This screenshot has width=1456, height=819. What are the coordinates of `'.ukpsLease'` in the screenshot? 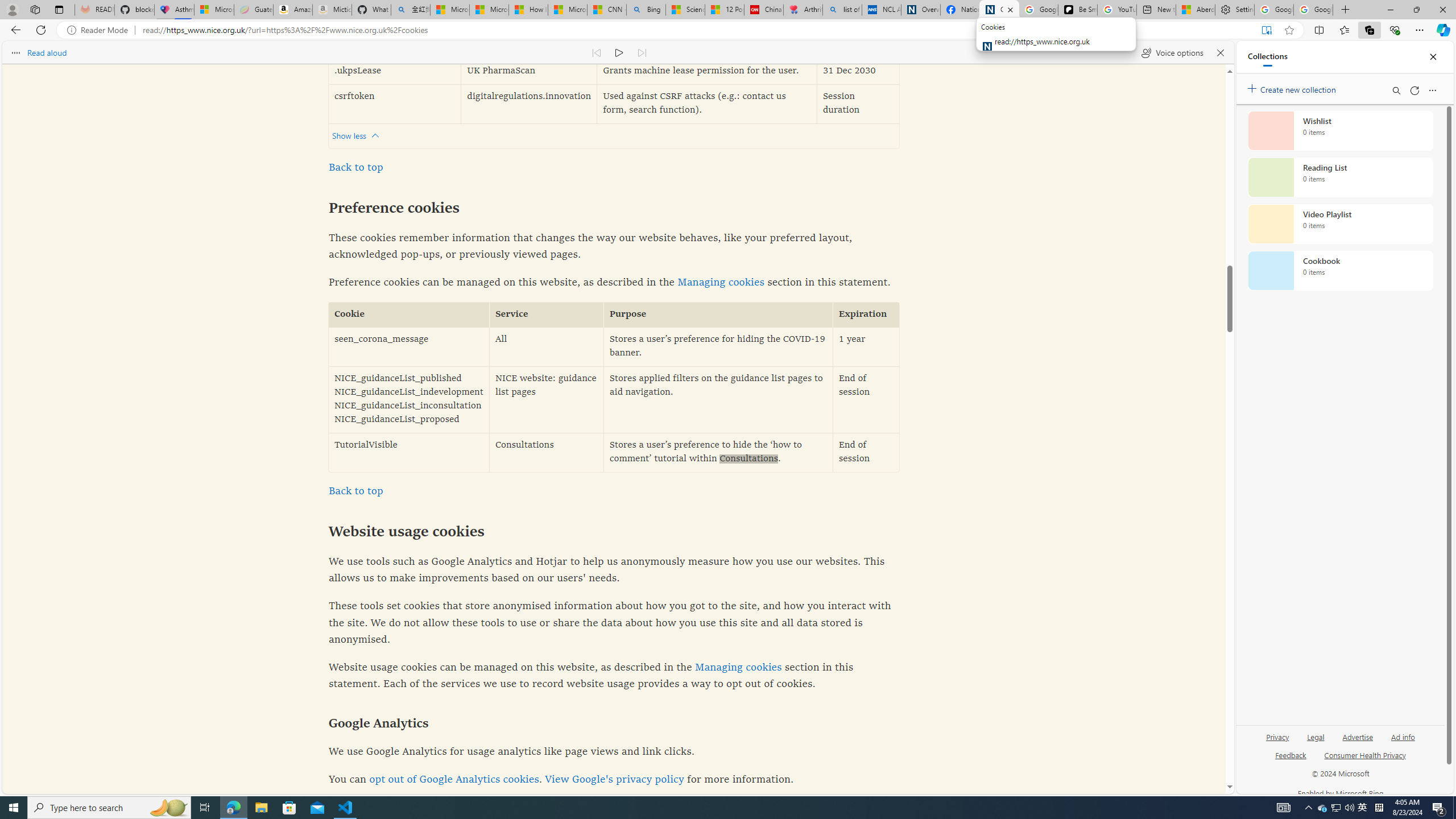 It's located at (394, 71).